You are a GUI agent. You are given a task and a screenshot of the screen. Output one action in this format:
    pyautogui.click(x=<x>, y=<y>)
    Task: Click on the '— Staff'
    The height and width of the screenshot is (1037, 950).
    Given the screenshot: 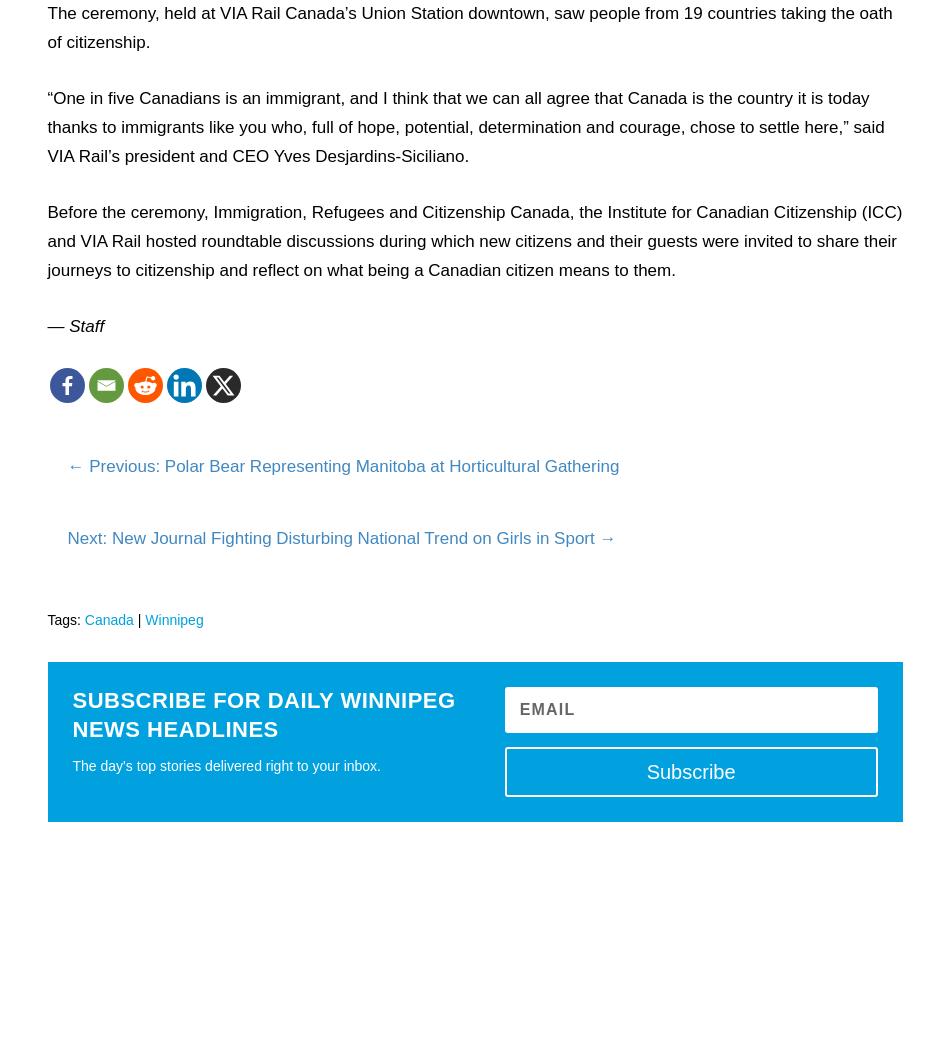 What is the action you would take?
    pyautogui.click(x=75, y=324)
    